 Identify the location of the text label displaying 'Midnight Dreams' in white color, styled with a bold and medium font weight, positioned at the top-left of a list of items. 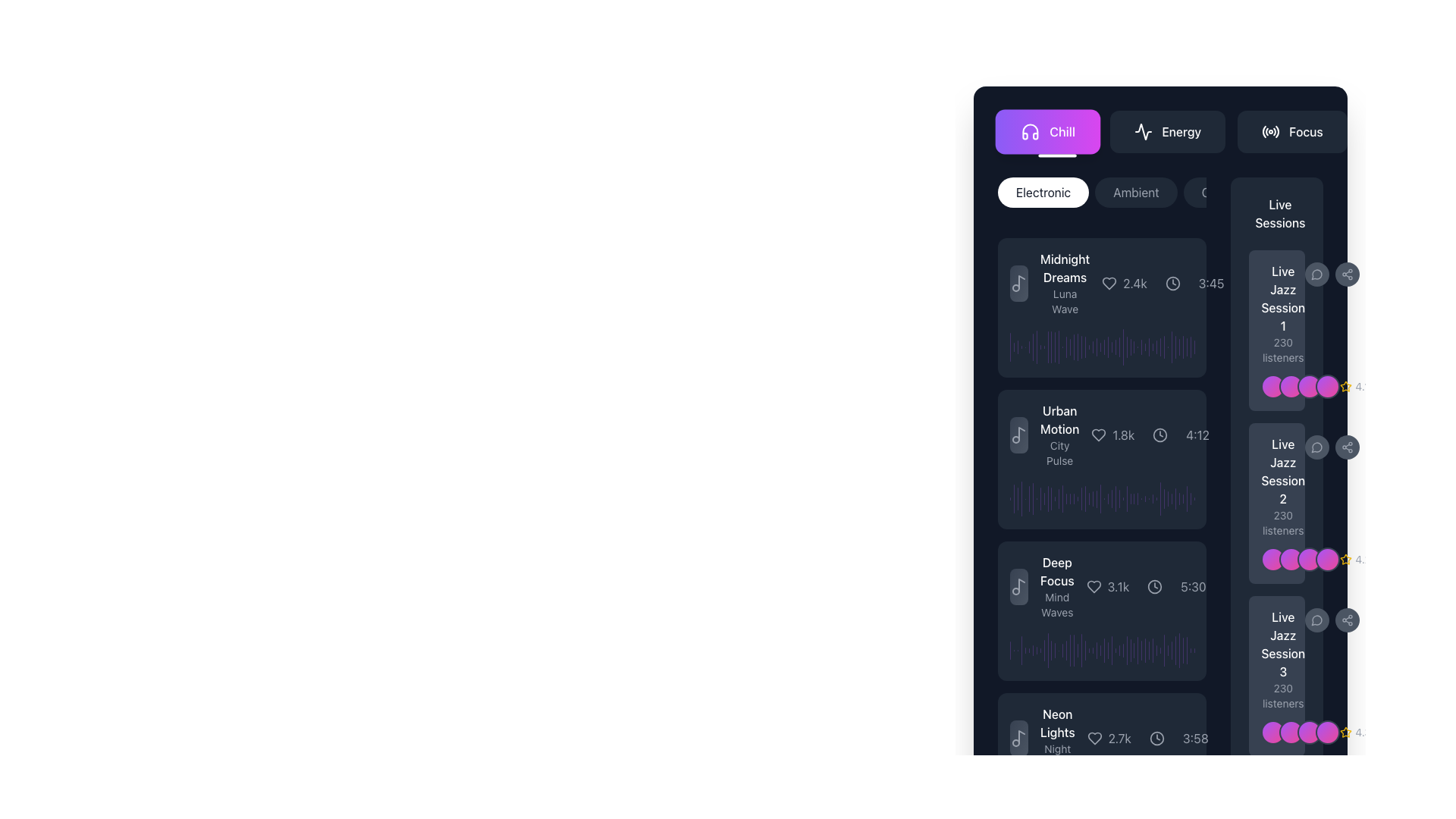
(1064, 268).